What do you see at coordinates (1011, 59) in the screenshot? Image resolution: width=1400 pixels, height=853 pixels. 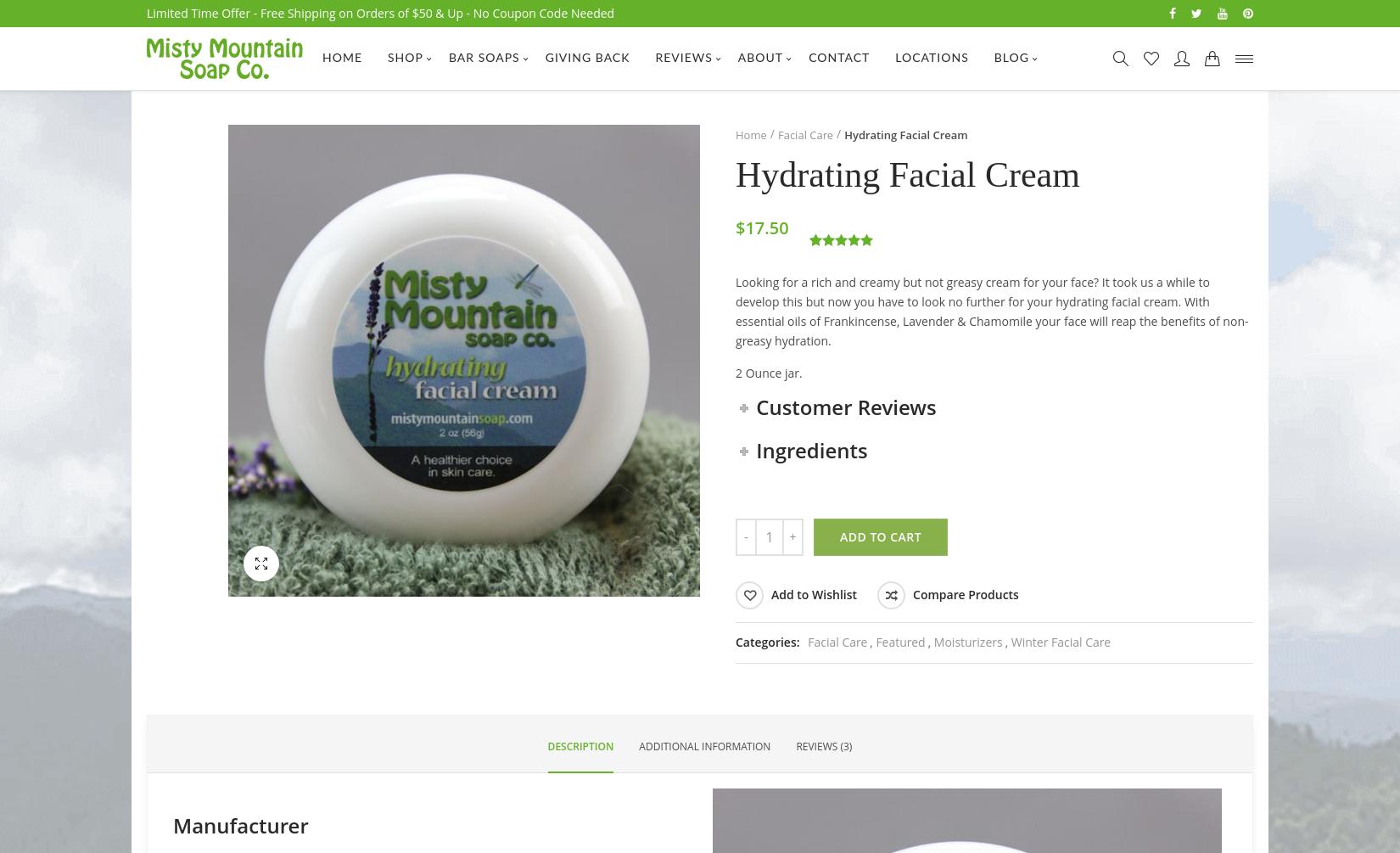 I see `'BLOG'` at bounding box center [1011, 59].